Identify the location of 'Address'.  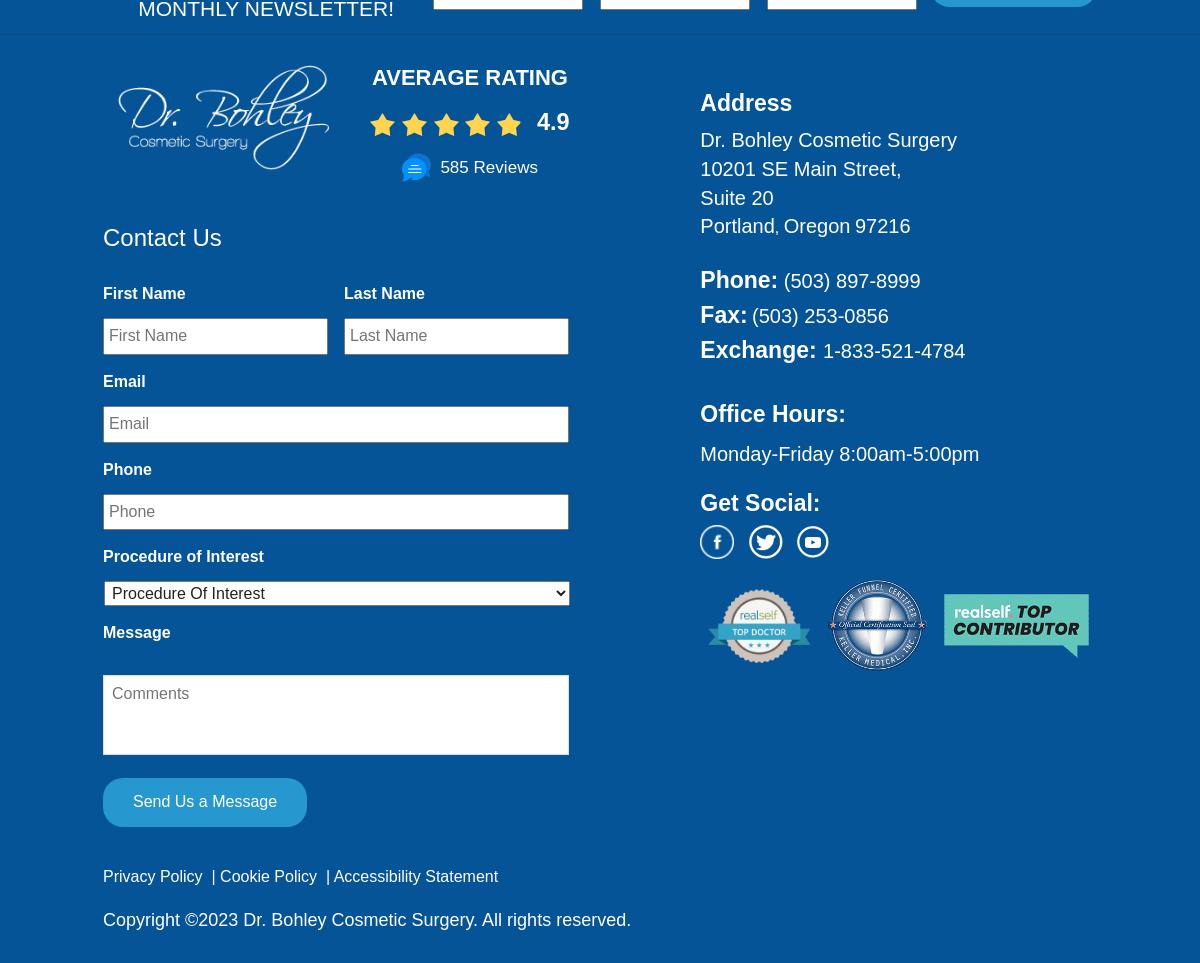
(699, 102).